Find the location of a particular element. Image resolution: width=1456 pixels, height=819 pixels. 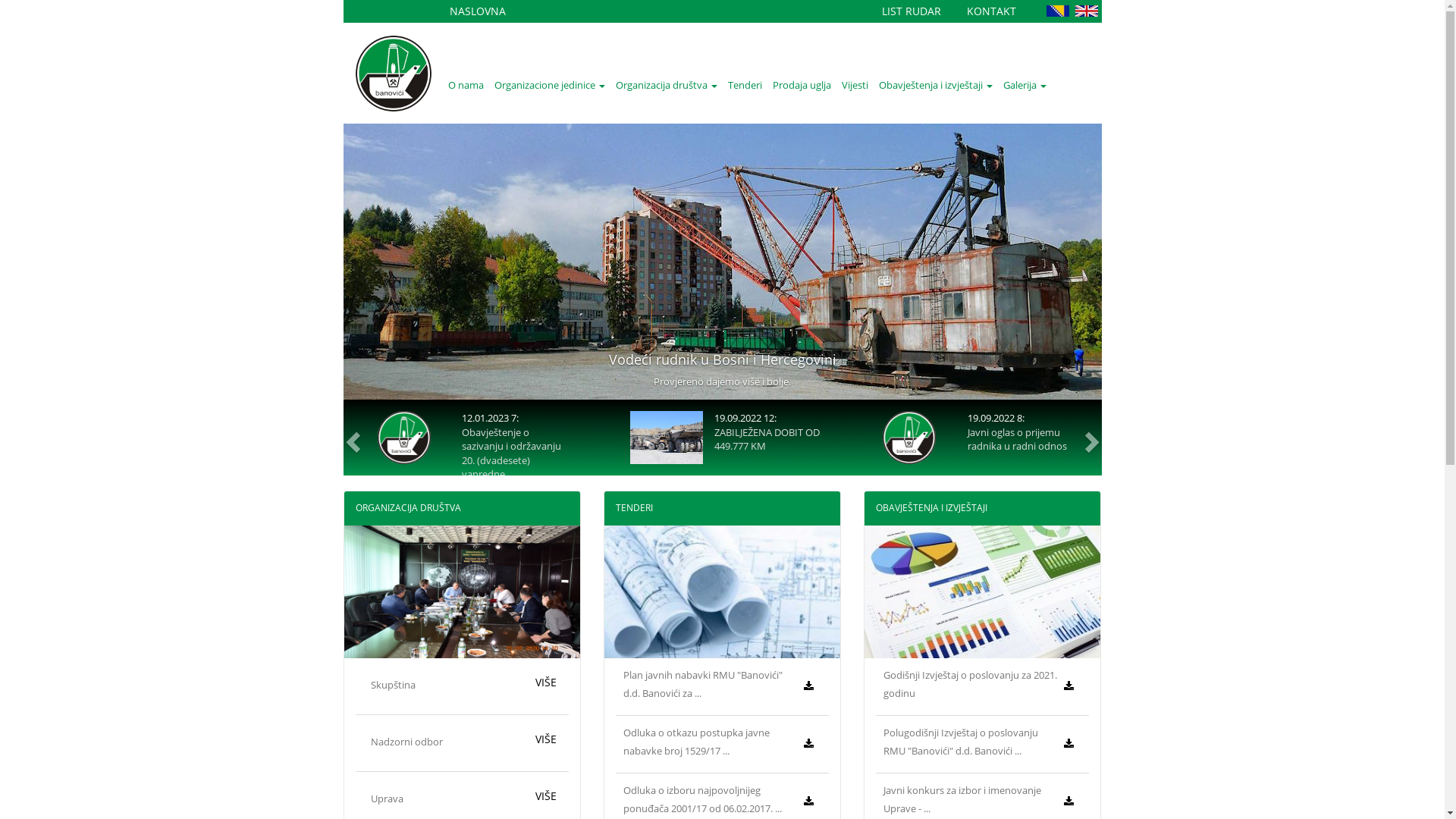

'KONTAKT' is located at coordinates (990, 11).